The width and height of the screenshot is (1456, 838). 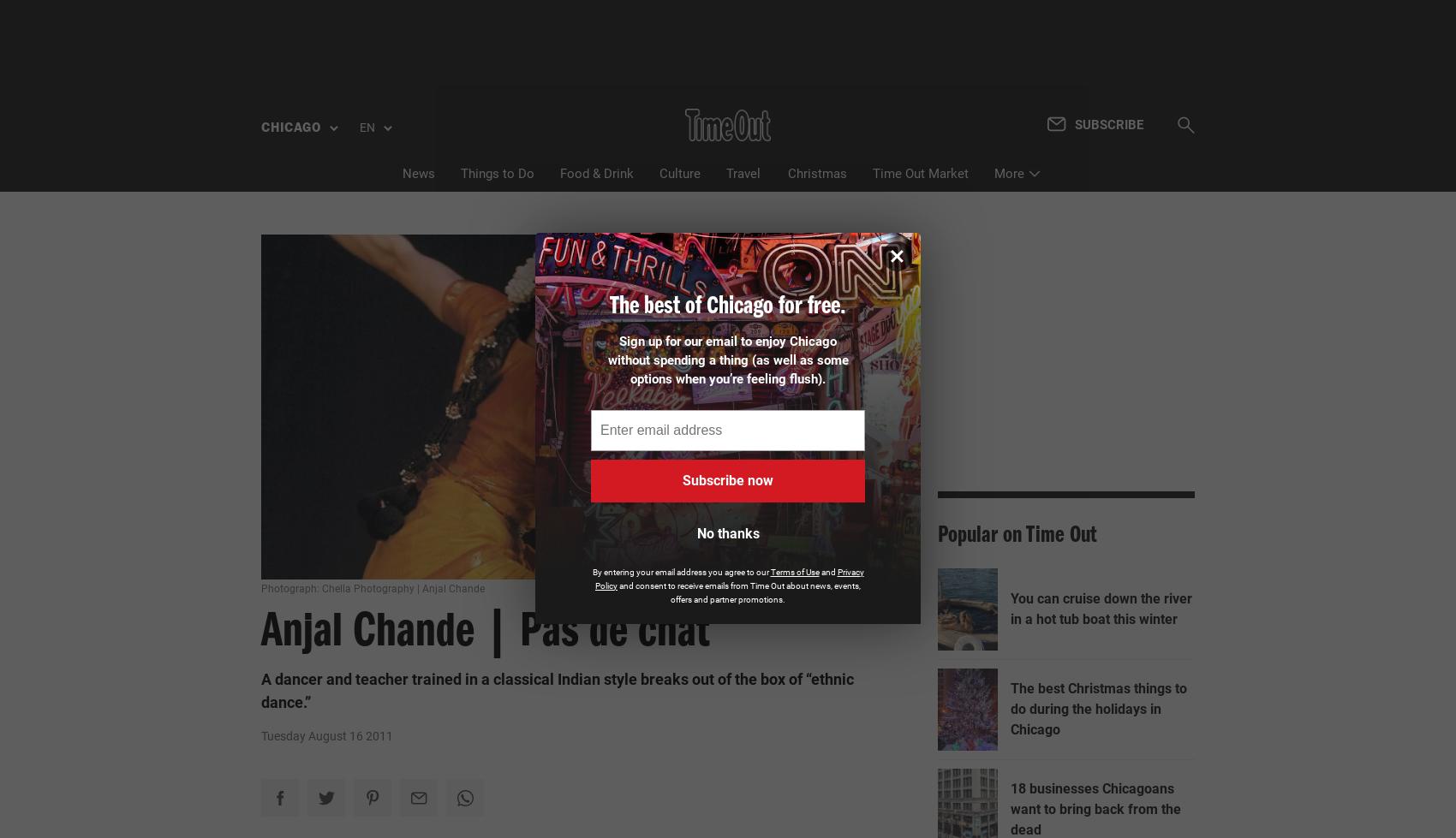 What do you see at coordinates (1101, 318) in the screenshot?
I see `'You can cruise down the river in a hot tub boat this winter'` at bounding box center [1101, 318].